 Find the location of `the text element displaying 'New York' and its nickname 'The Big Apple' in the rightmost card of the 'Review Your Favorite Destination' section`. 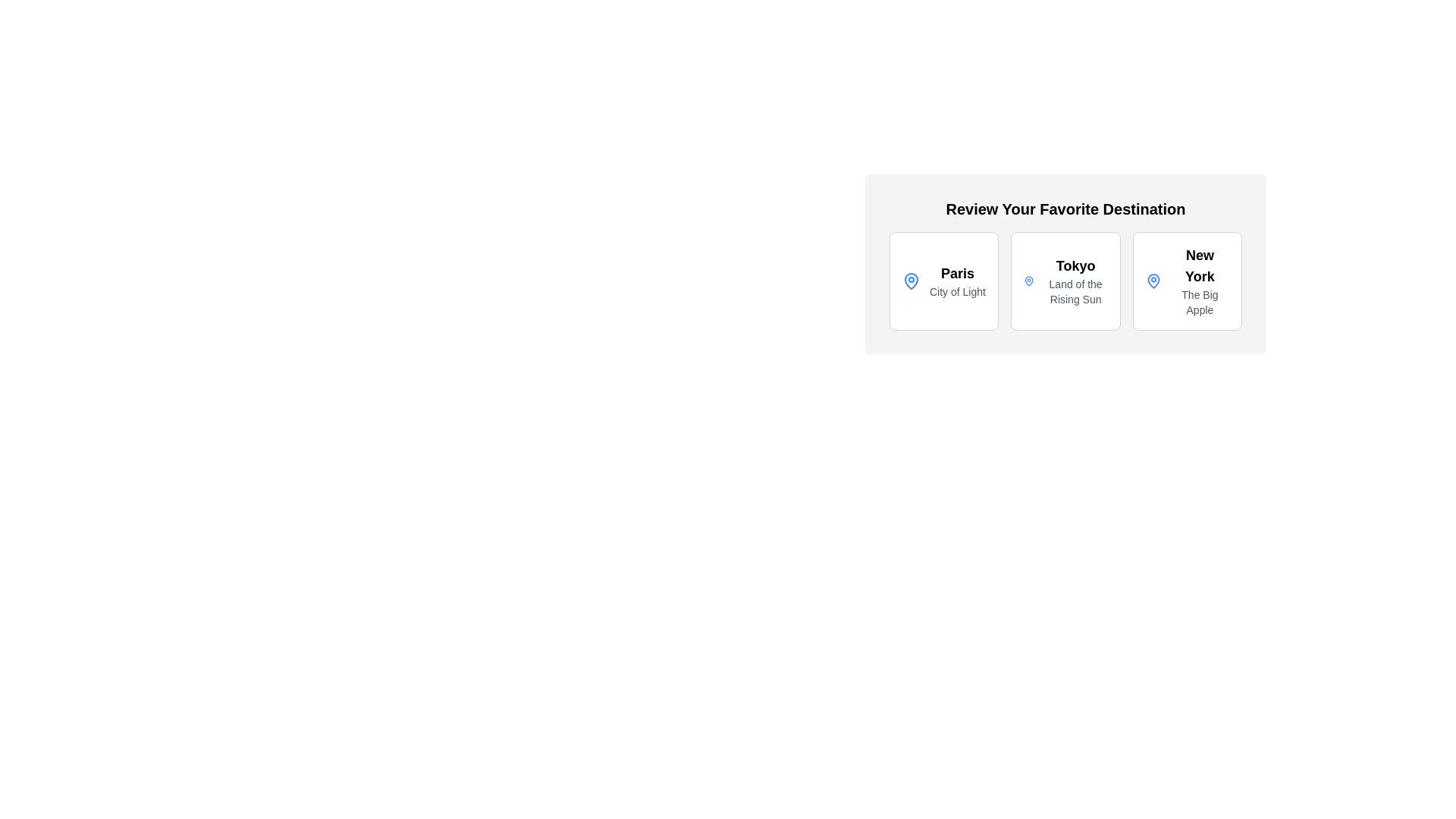

the text element displaying 'New York' and its nickname 'The Big Apple' in the rightmost card of the 'Review Your Favorite Destination' section is located at coordinates (1199, 281).